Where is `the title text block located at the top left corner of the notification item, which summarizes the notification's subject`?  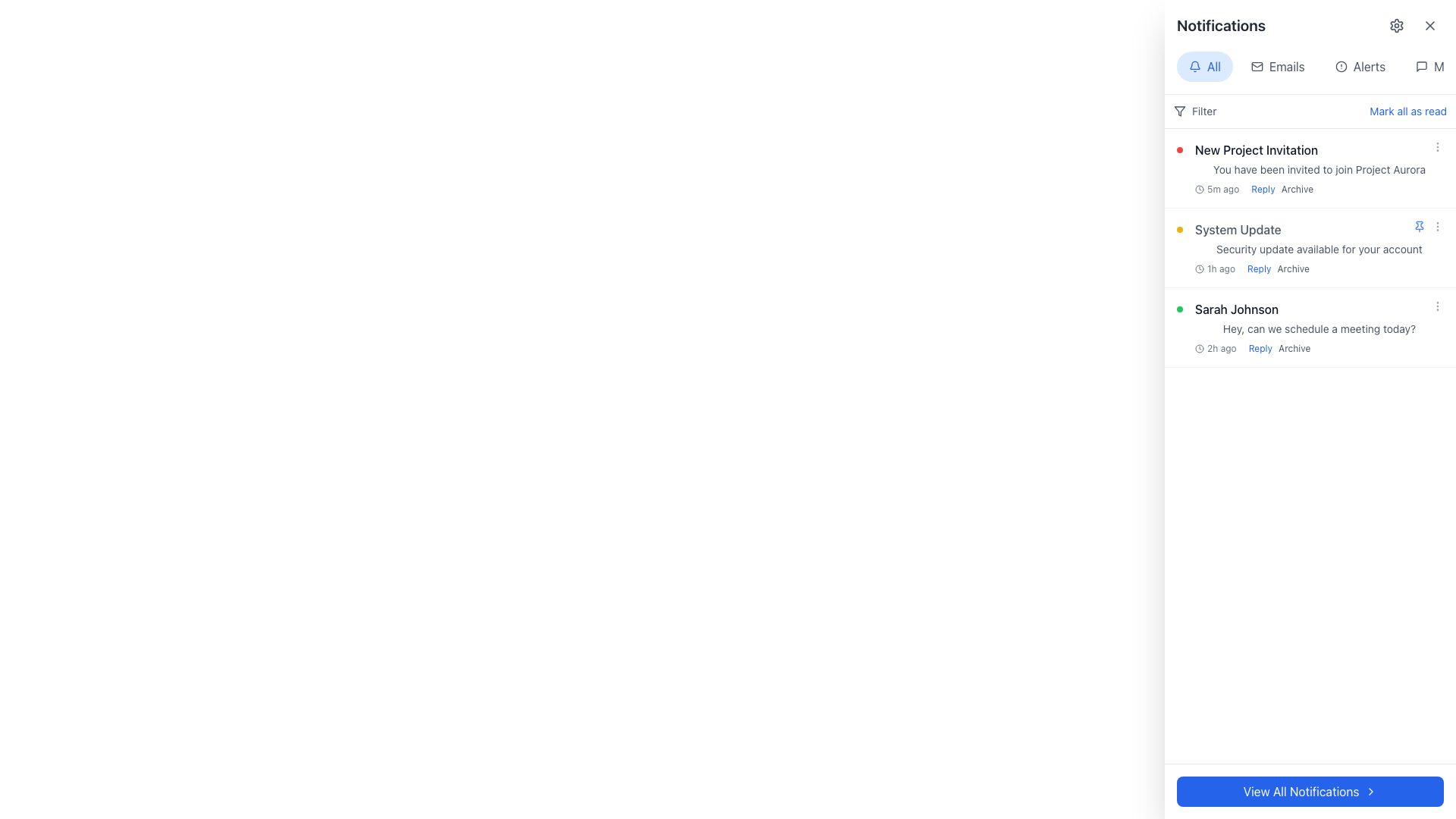 the title text block located at the top left corner of the notification item, which summarizes the notification's subject is located at coordinates (1257, 149).